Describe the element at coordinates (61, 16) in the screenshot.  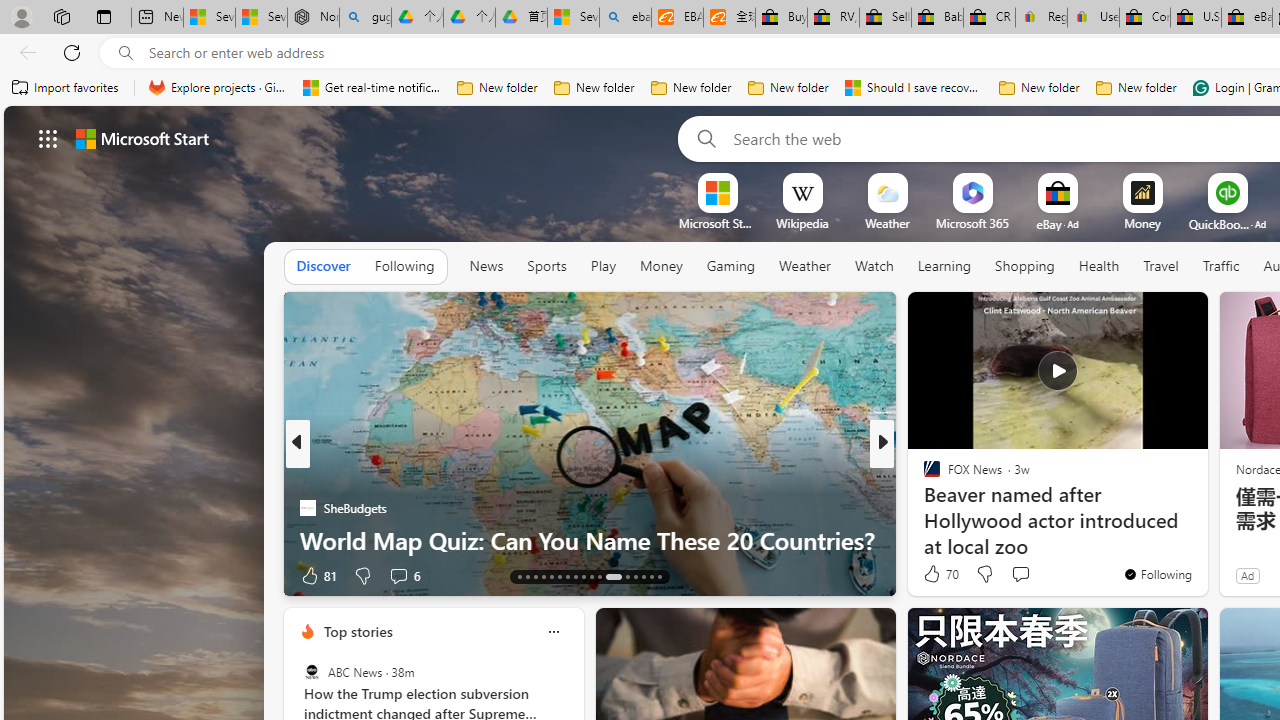
I see `'Workspaces'` at that location.